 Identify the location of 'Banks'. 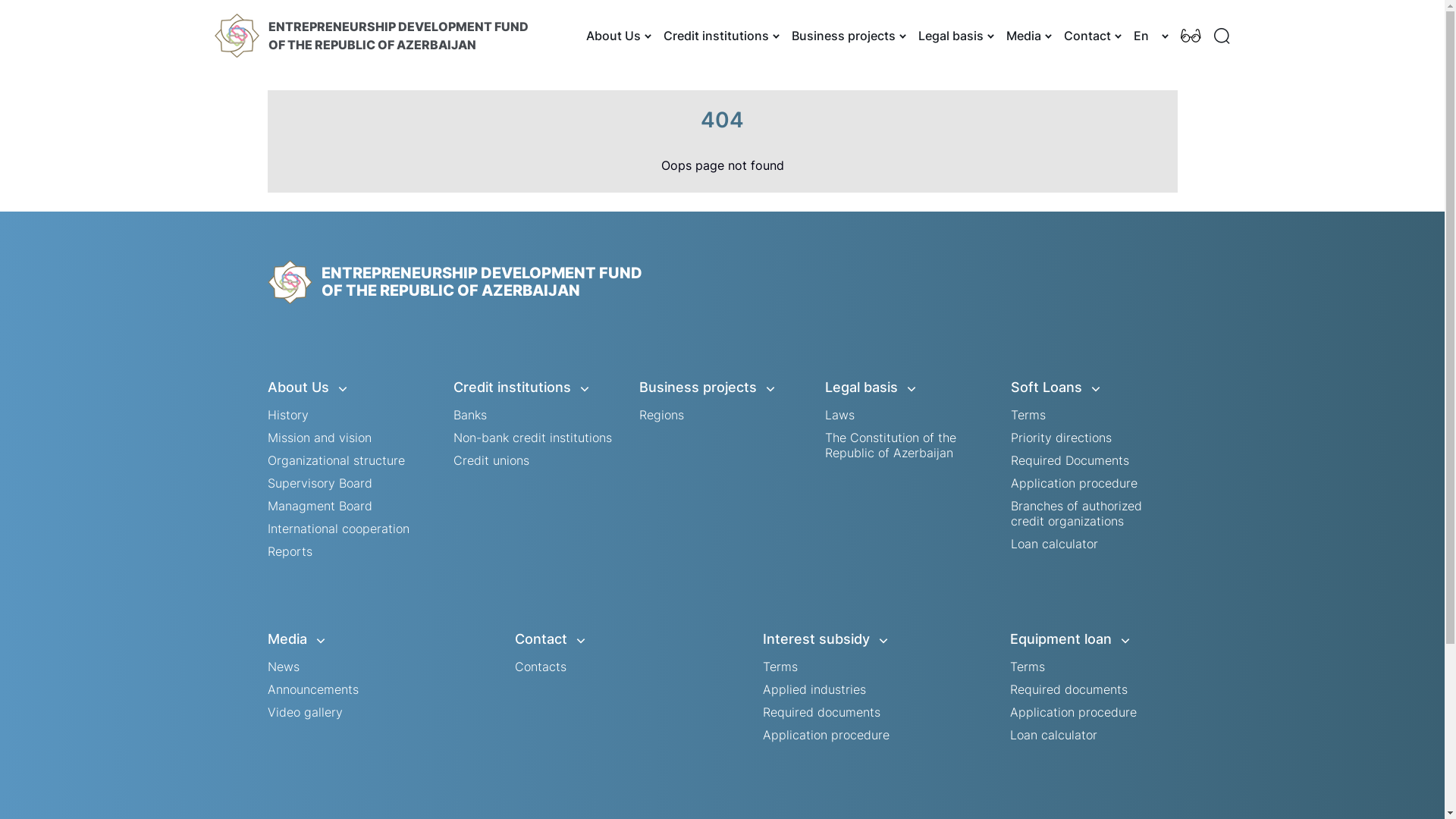
(469, 415).